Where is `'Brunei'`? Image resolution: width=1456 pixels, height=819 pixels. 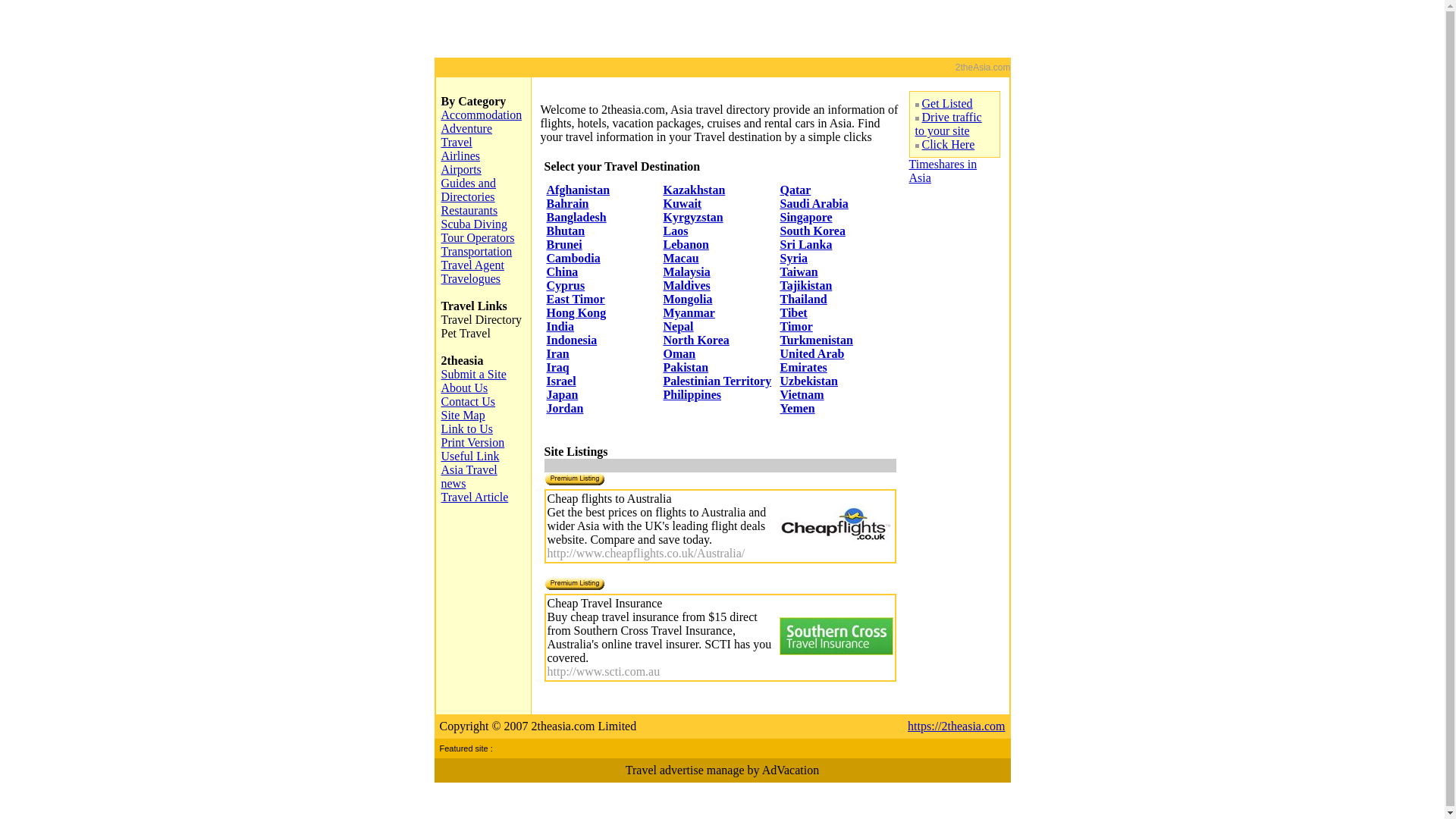 'Brunei' is located at coordinates (563, 243).